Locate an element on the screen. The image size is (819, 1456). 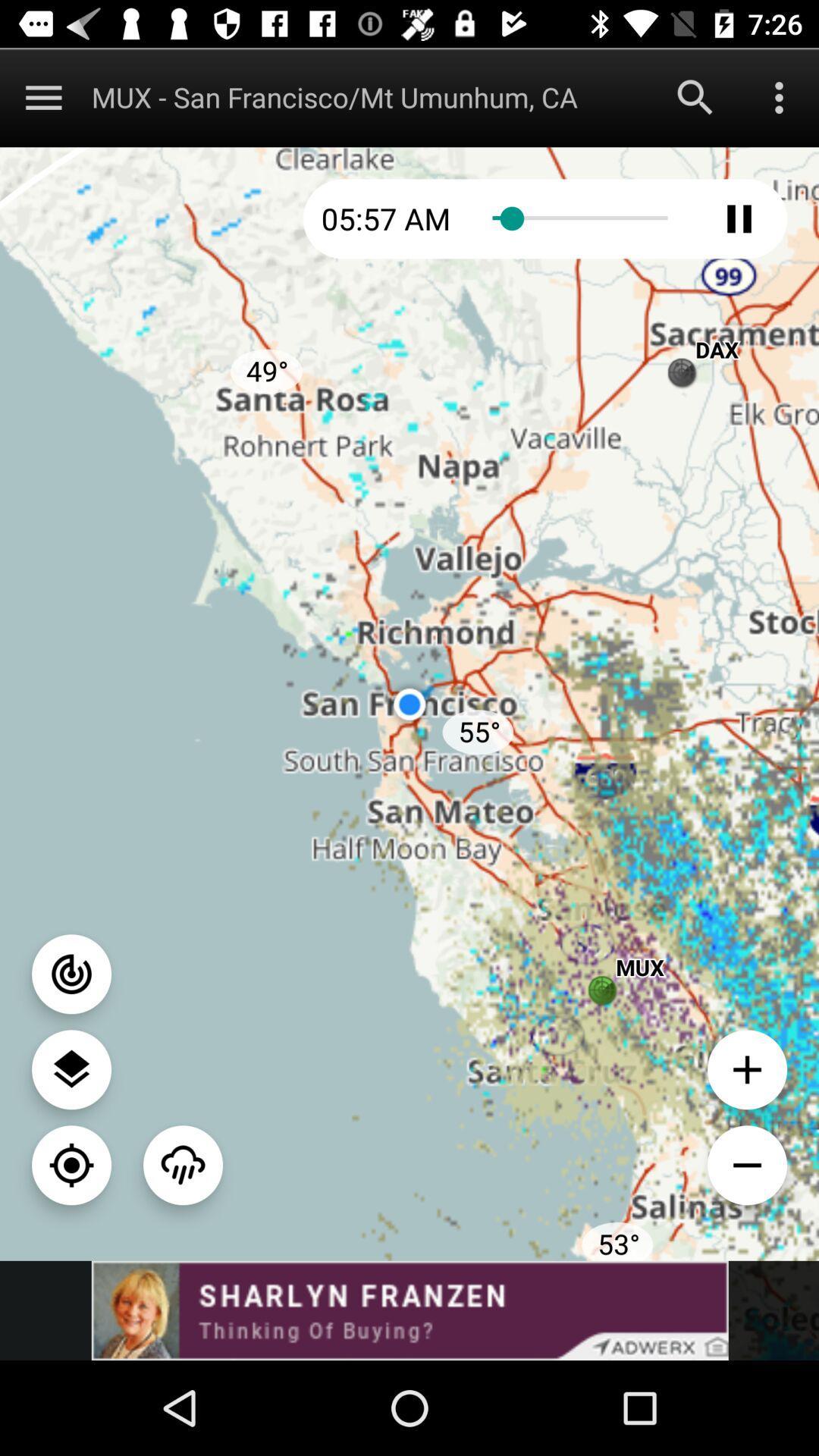
connect the location is located at coordinates (71, 974).